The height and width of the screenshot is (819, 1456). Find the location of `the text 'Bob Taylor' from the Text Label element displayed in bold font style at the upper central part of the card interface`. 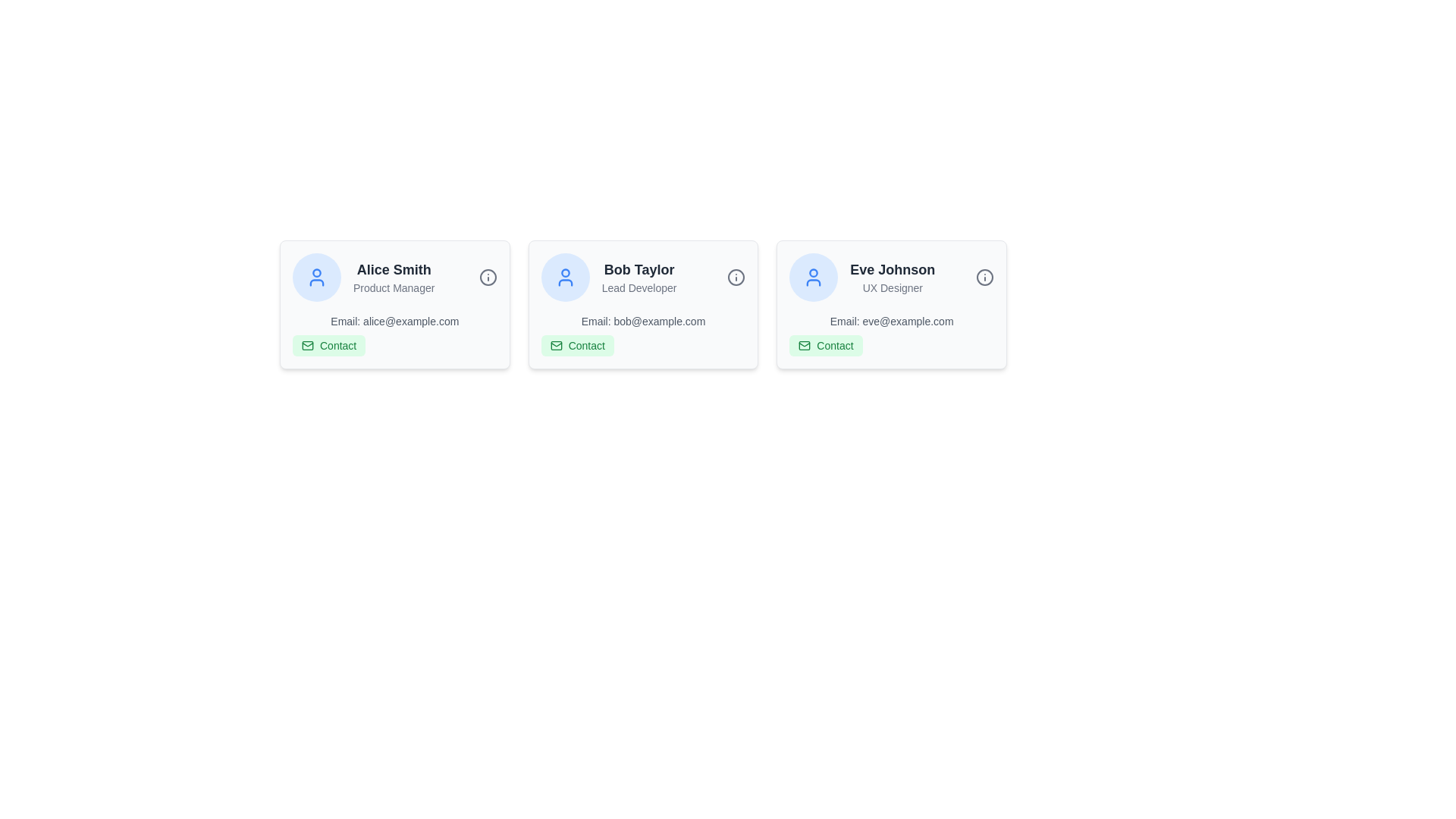

the text 'Bob Taylor' from the Text Label element displayed in bold font style at the upper central part of the card interface is located at coordinates (639, 268).